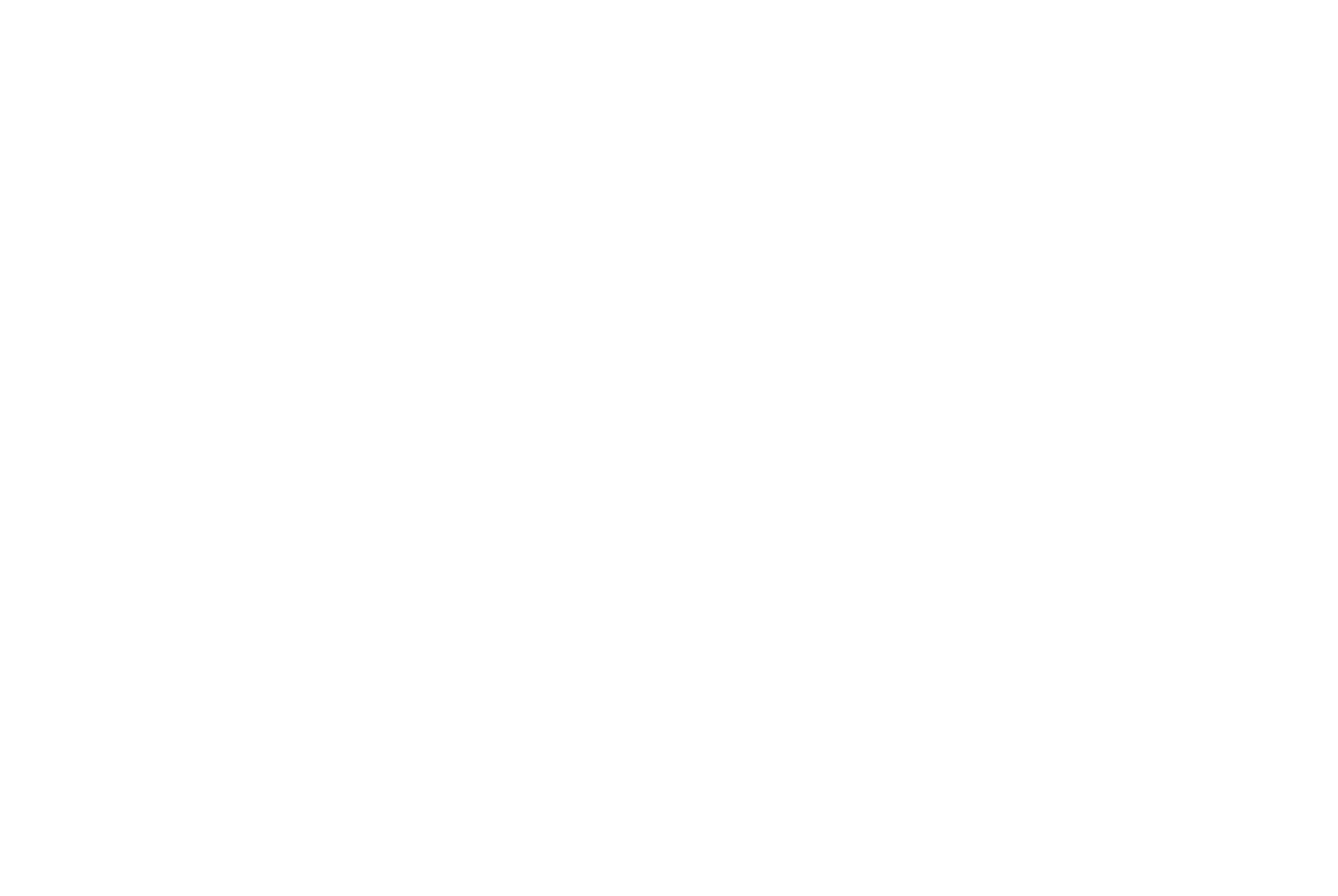 This screenshot has height=896, width=1338. I want to click on 'Cookie Policy', so click(1065, 705).